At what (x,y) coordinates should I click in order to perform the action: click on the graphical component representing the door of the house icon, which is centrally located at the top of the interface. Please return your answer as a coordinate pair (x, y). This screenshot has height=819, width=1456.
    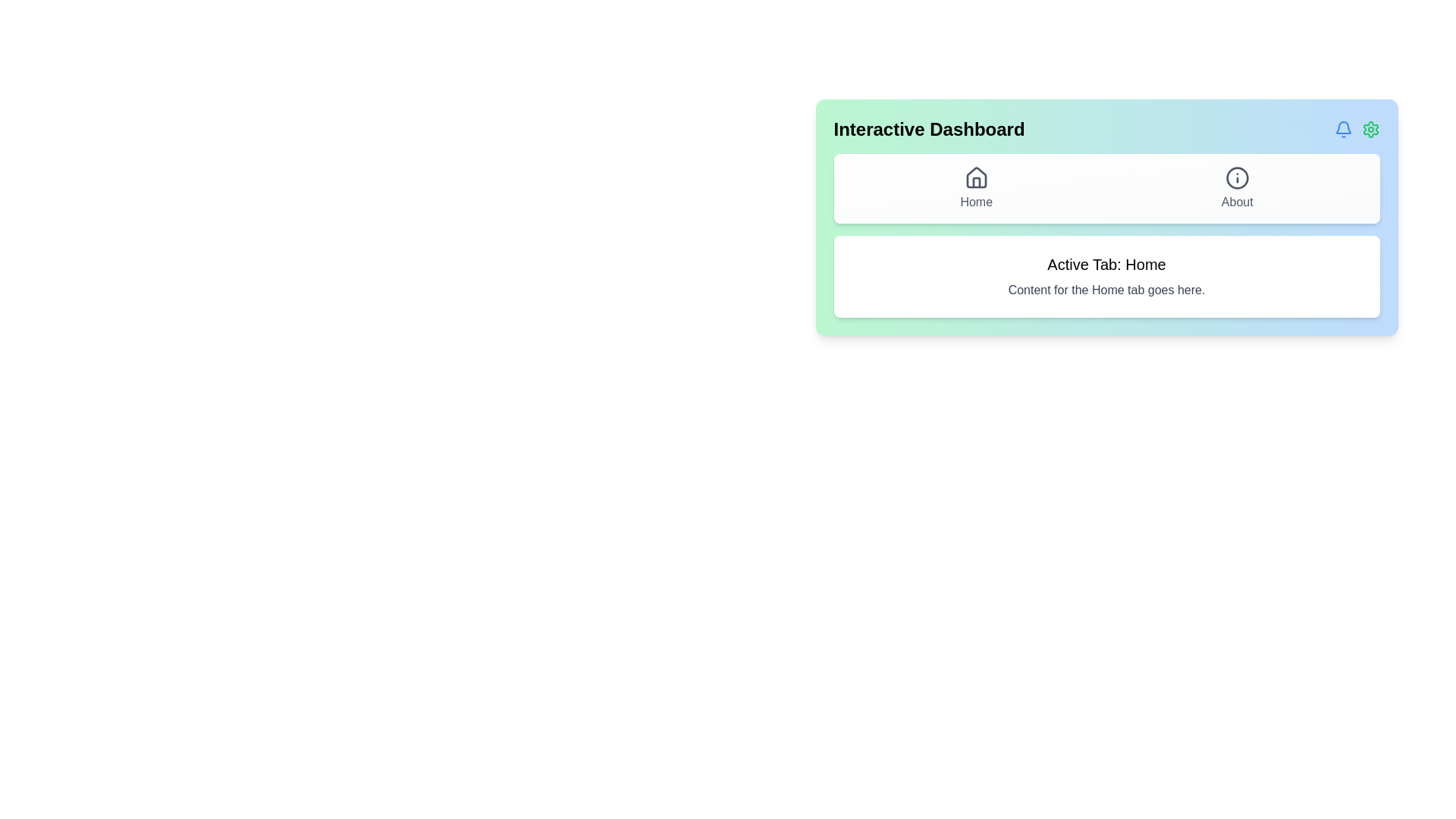
    Looking at the image, I should click on (976, 181).